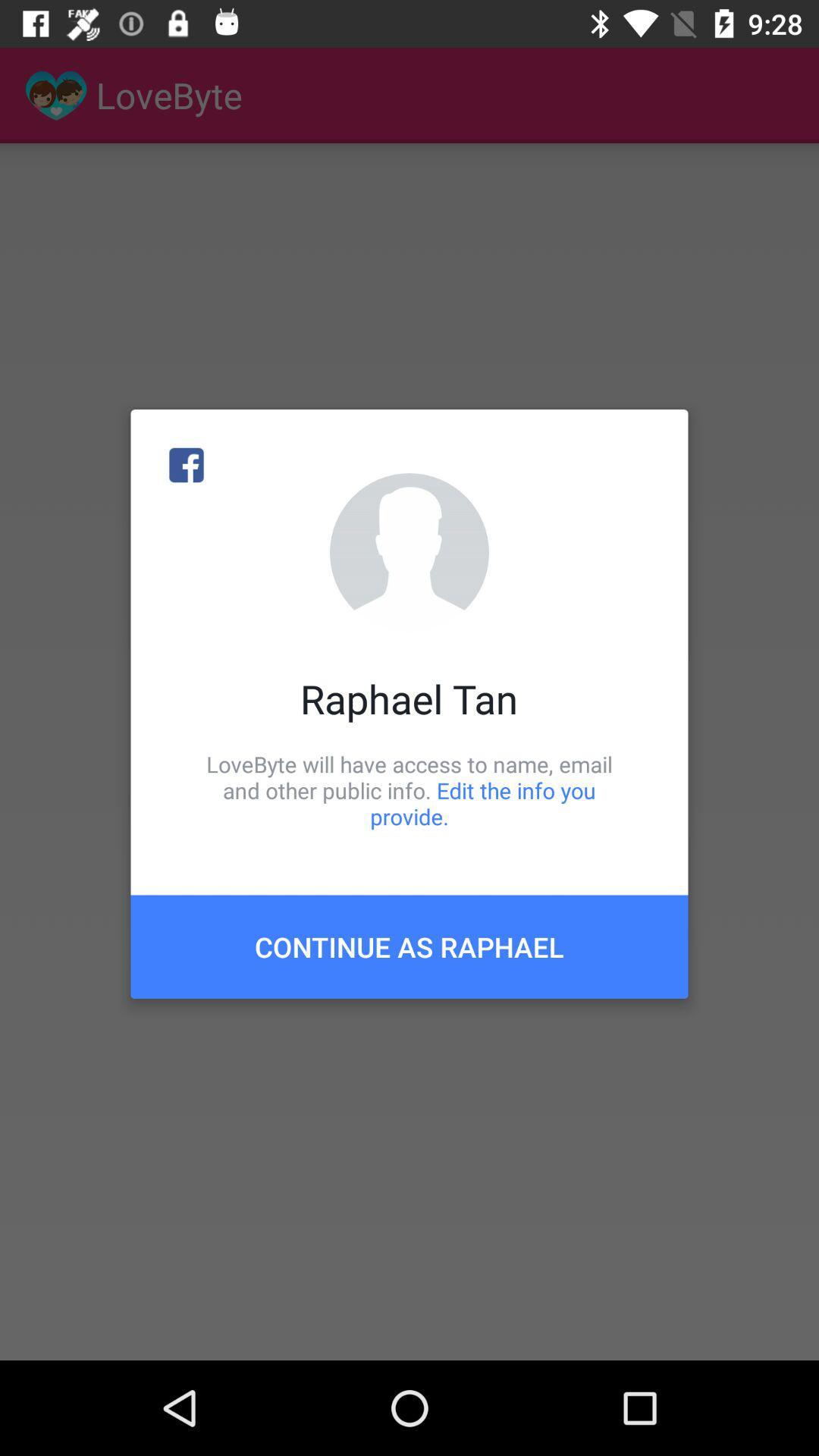 This screenshot has width=819, height=1456. What do you see at coordinates (409, 789) in the screenshot?
I see `the icon below raphael tan` at bounding box center [409, 789].